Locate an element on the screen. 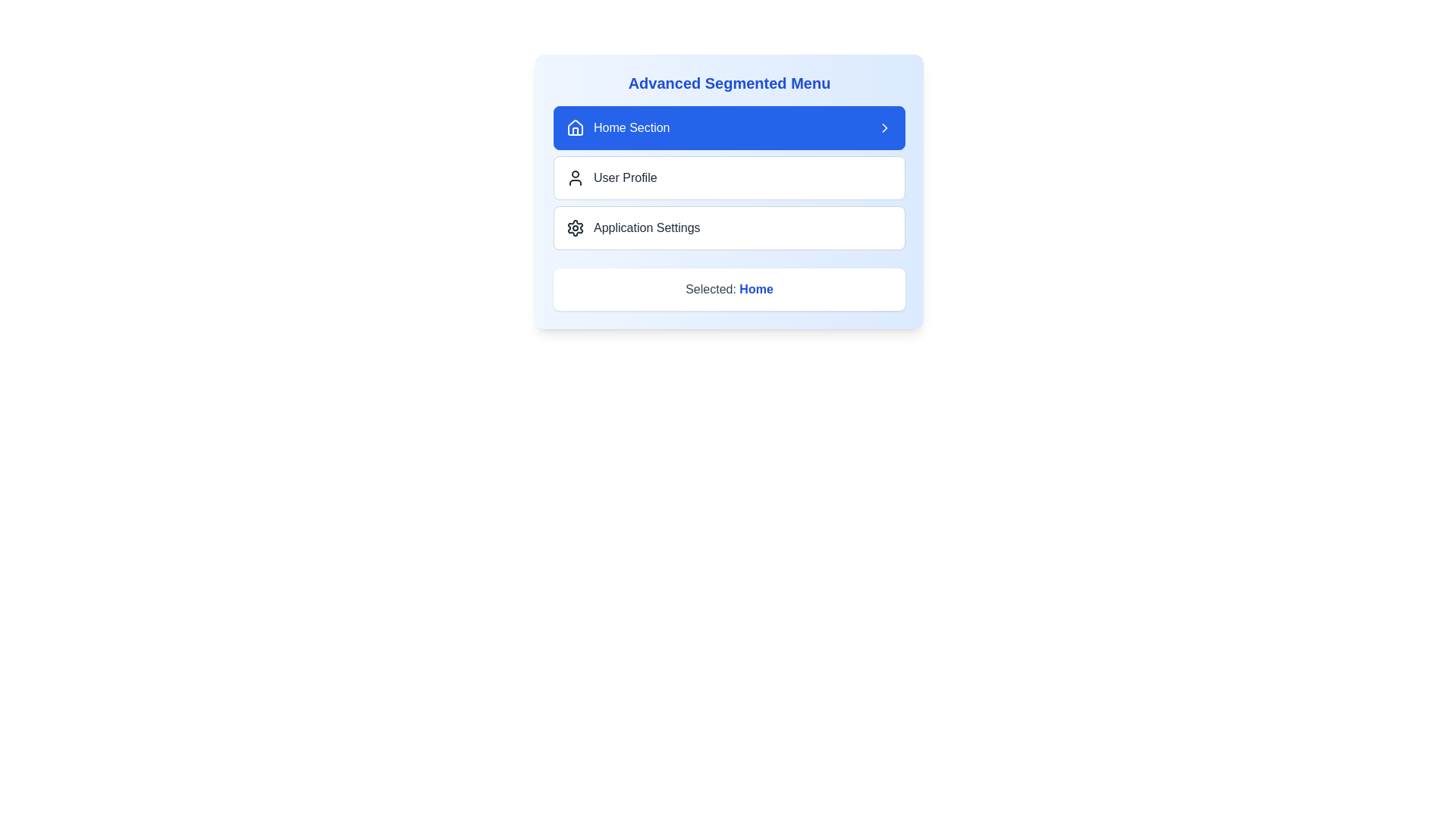 The image size is (1456, 819). the 'Home' text label, which is styled in bold blue text and is part of the sentence 'Selected: Home' at the bottom of the menu interface is located at coordinates (756, 289).